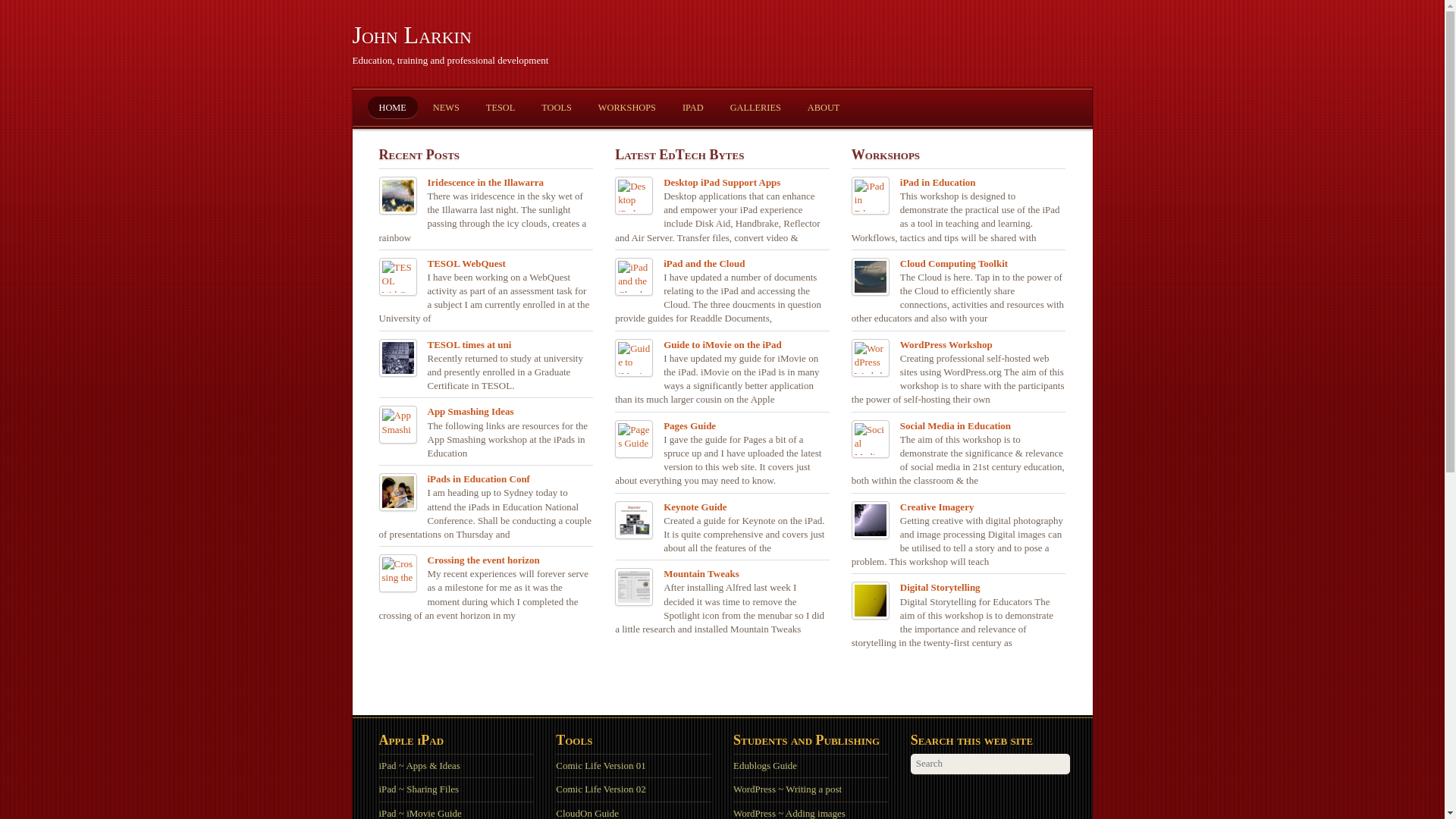  Describe the element at coordinates (445, 107) in the screenshot. I see `'NEWS'` at that location.